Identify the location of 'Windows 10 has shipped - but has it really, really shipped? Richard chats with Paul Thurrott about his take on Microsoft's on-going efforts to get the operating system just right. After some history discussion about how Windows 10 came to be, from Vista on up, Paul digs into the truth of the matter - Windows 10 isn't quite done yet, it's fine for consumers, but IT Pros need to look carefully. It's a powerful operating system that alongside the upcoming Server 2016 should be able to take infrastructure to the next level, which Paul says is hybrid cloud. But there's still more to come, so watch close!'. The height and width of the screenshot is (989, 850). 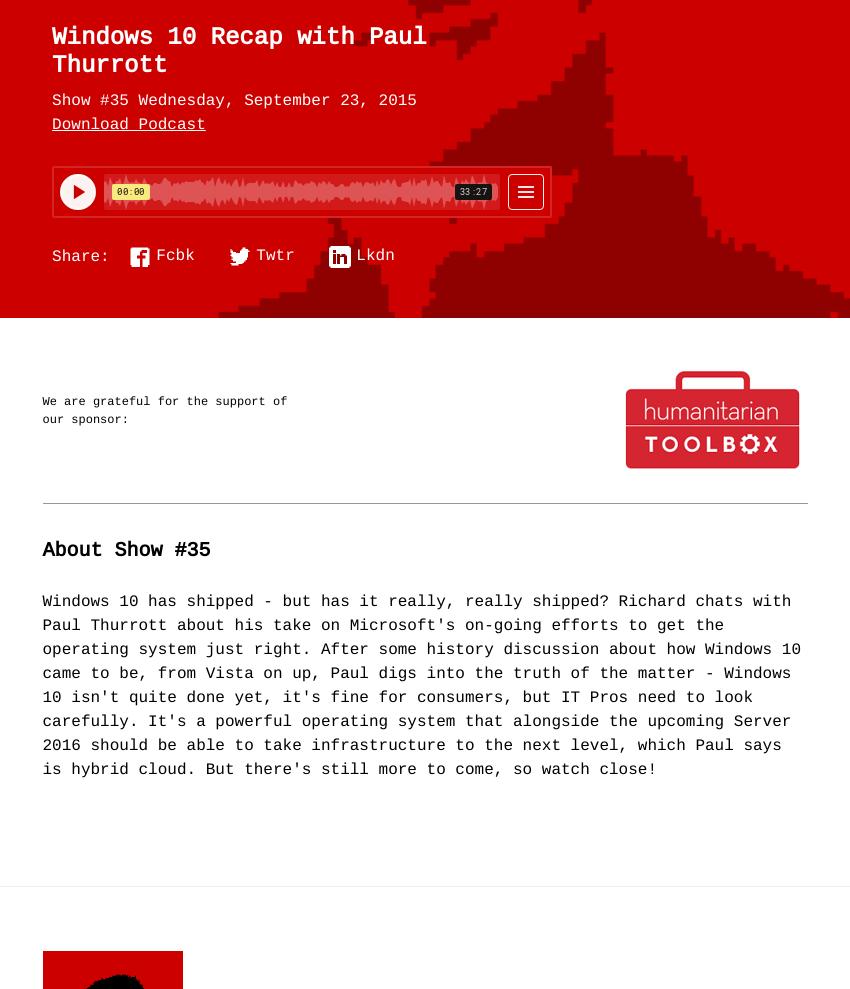
(421, 685).